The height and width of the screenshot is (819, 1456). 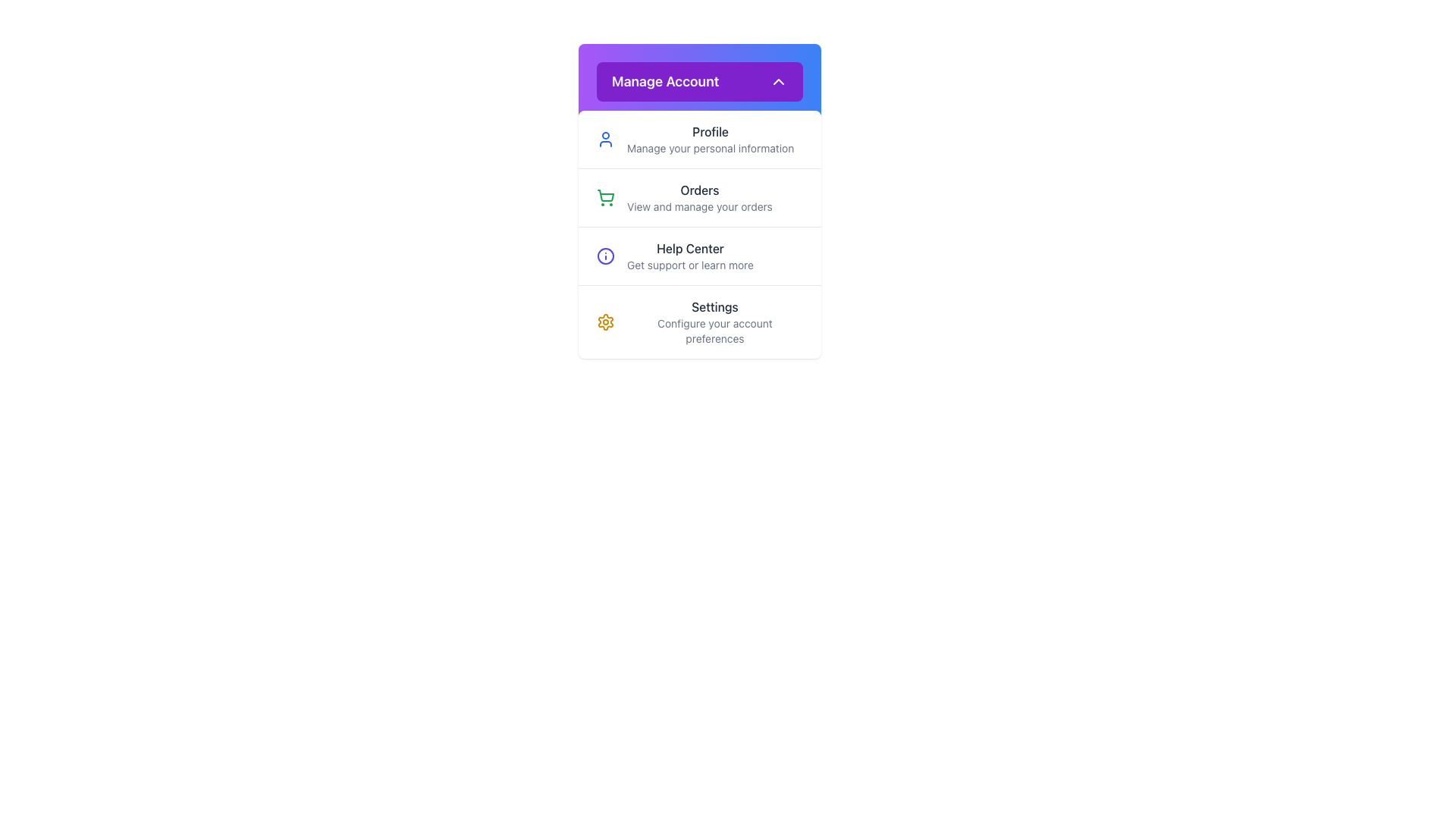 I want to click on the fourth list item labeled 'Settings' which includes a yellow gear icon and a description text to trigger a hover effect, so click(x=698, y=321).